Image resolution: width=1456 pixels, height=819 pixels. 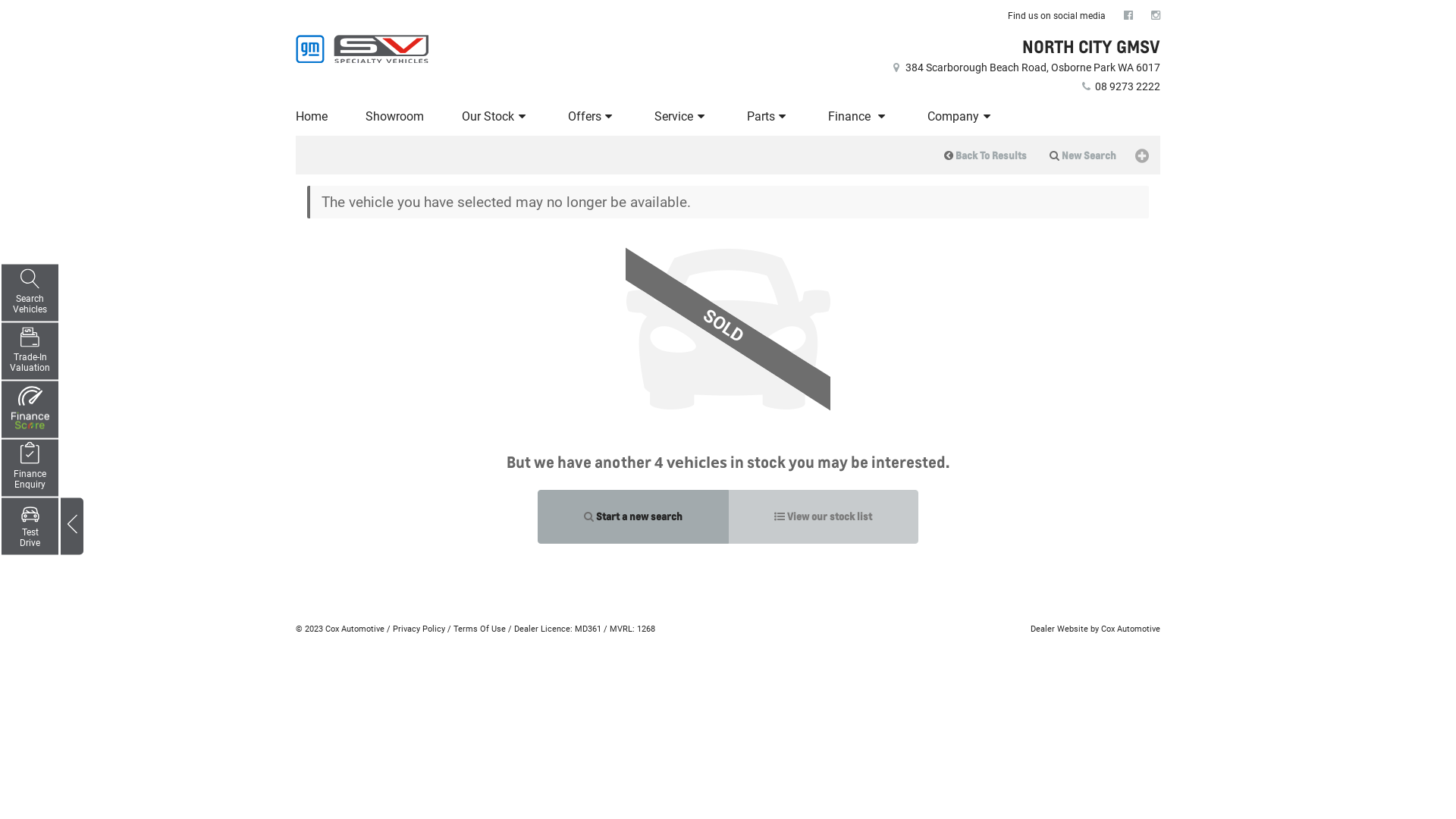 What do you see at coordinates (633, 516) in the screenshot?
I see `'Start a new search'` at bounding box center [633, 516].